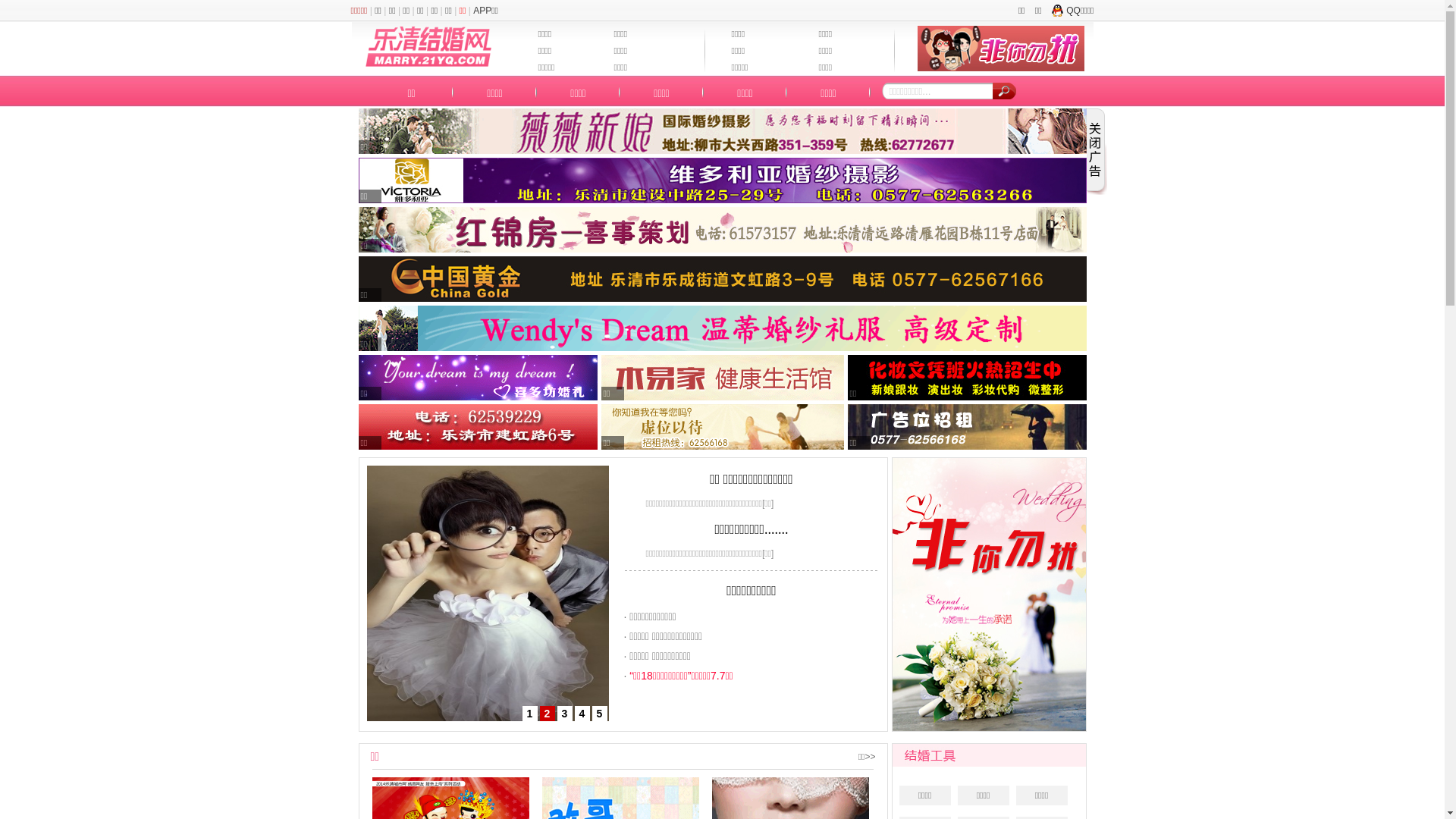 The width and height of the screenshot is (1456, 819). Describe the element at coordinates (556, 714) in the screenshot. I see `'3'` at that location.